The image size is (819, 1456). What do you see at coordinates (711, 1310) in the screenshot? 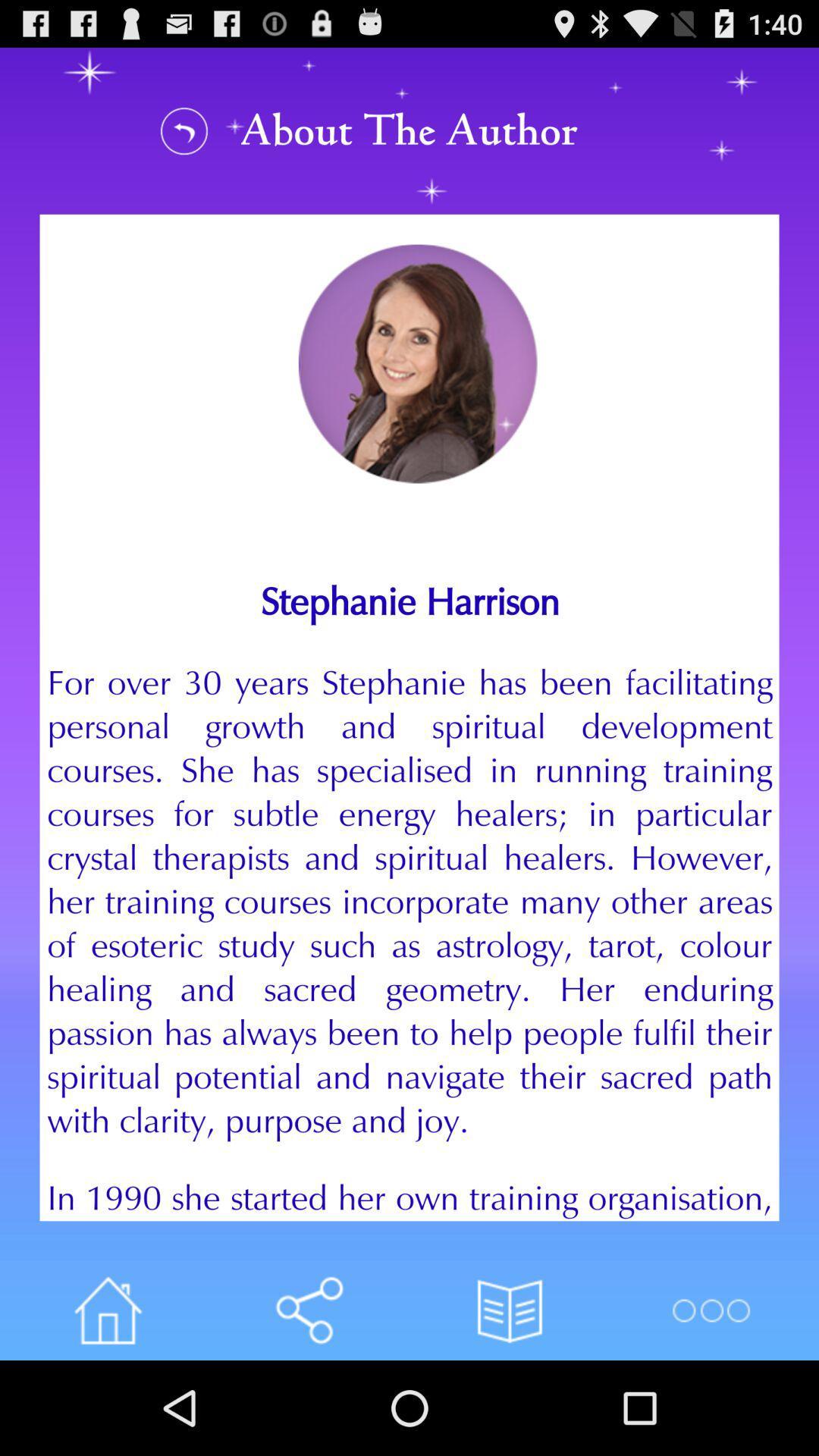
I see `more options` at bounding box center [711, 1310].